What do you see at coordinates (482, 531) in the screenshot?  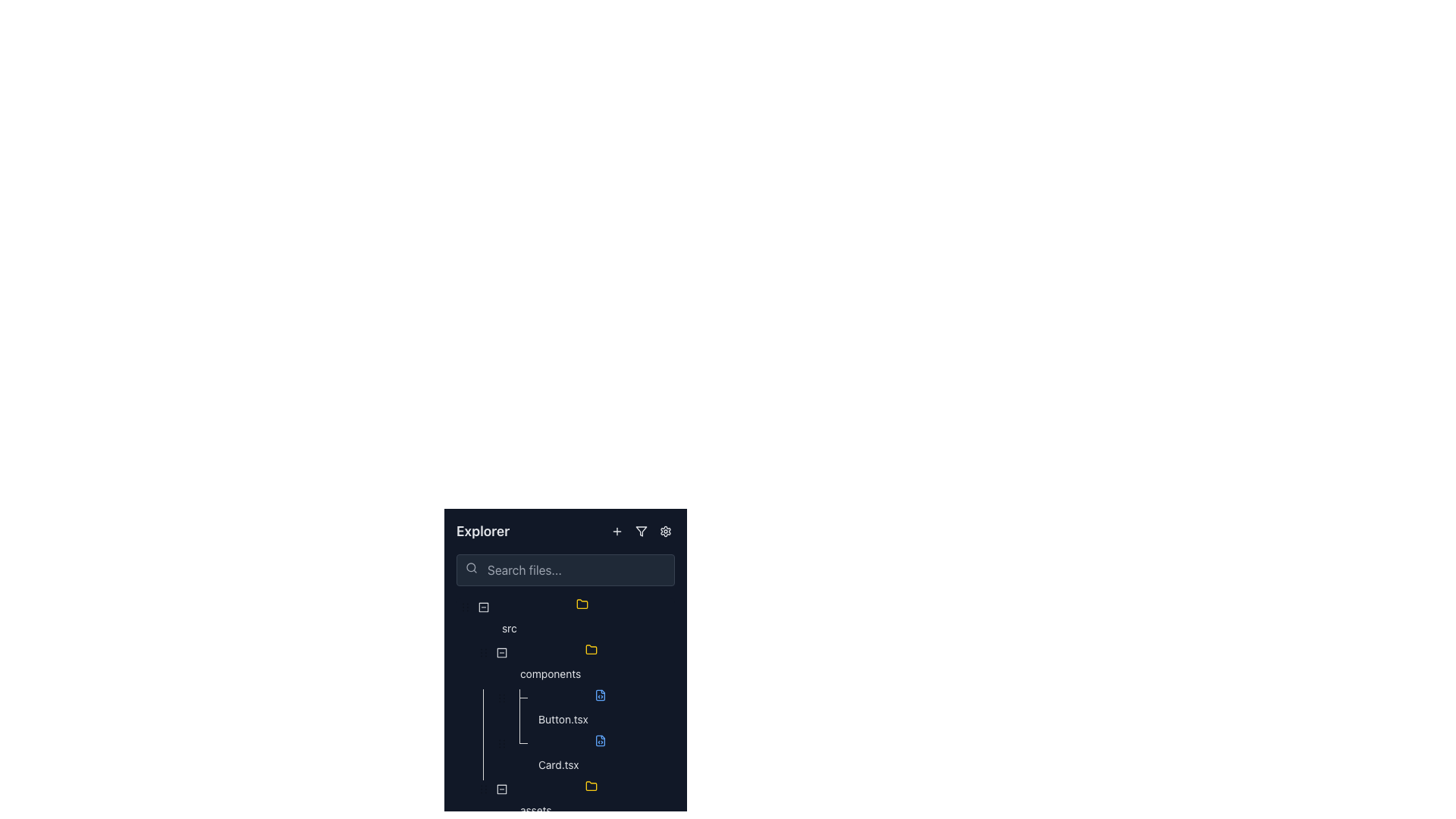 I see `the prominent 'Explorer' text label, which is styled with a larger font size and bold weight, located in the upper-left corner of its section in a dark-themed interface` at bounding box center [482, 531].